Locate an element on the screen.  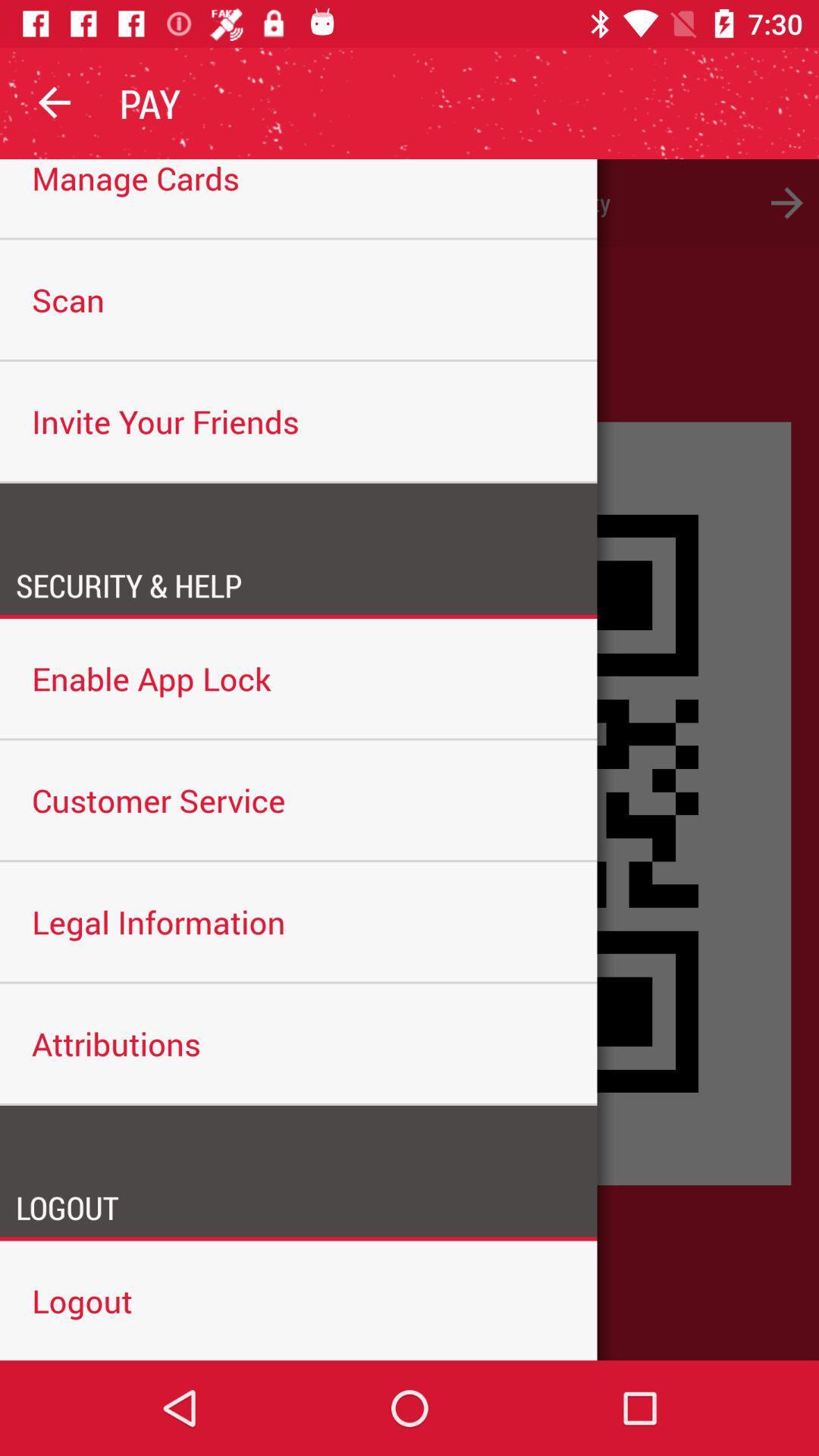
the please add a item is located at coordinates (409, 202).